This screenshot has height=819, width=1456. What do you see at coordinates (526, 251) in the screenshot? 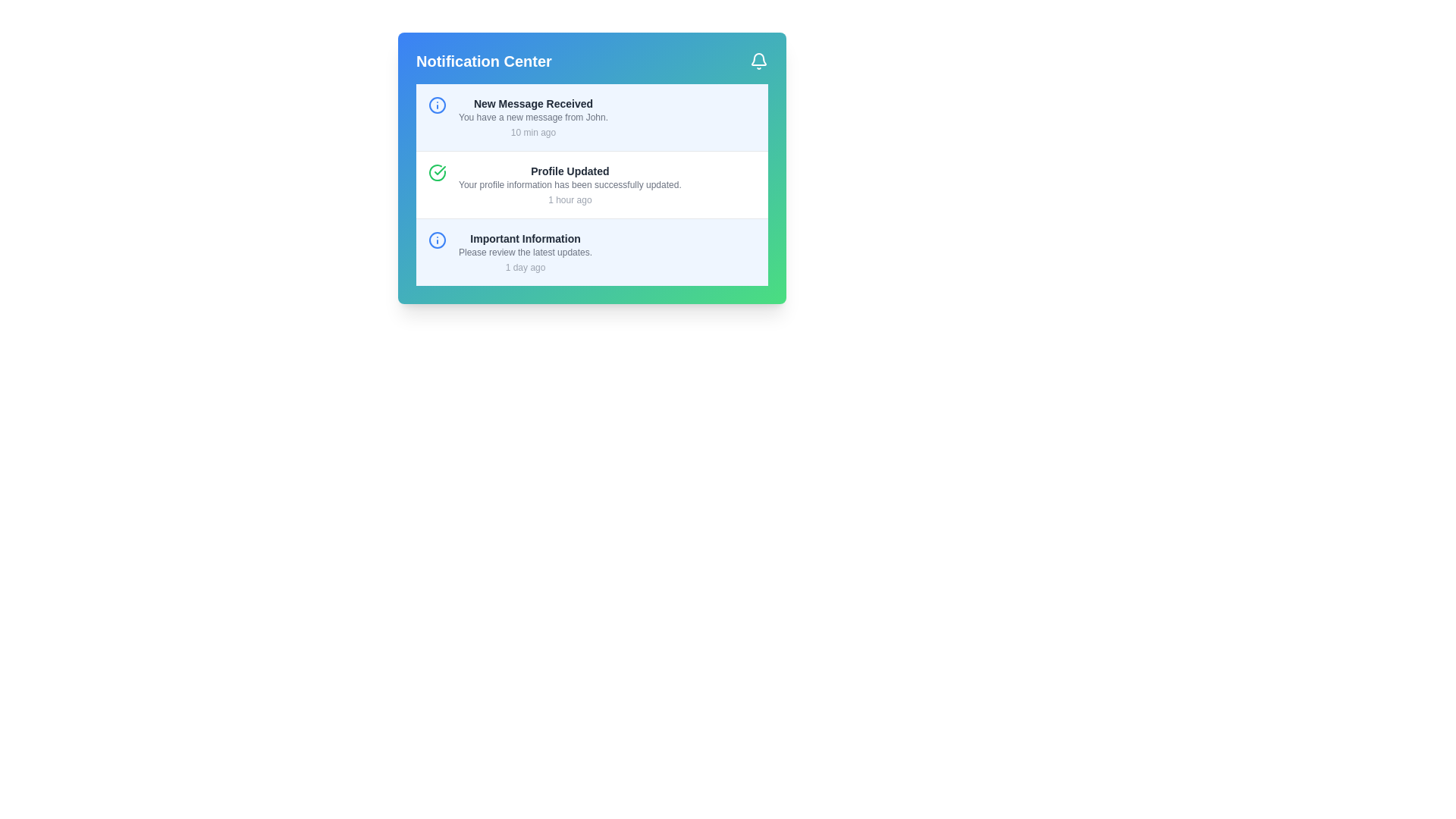
I see `the Text Label element that reads 'Please review the latest updates.' located within the notification box, positioned below the 'Important Information' title and above the '1 day ago' timestamp` at bounding box center [526, 251].